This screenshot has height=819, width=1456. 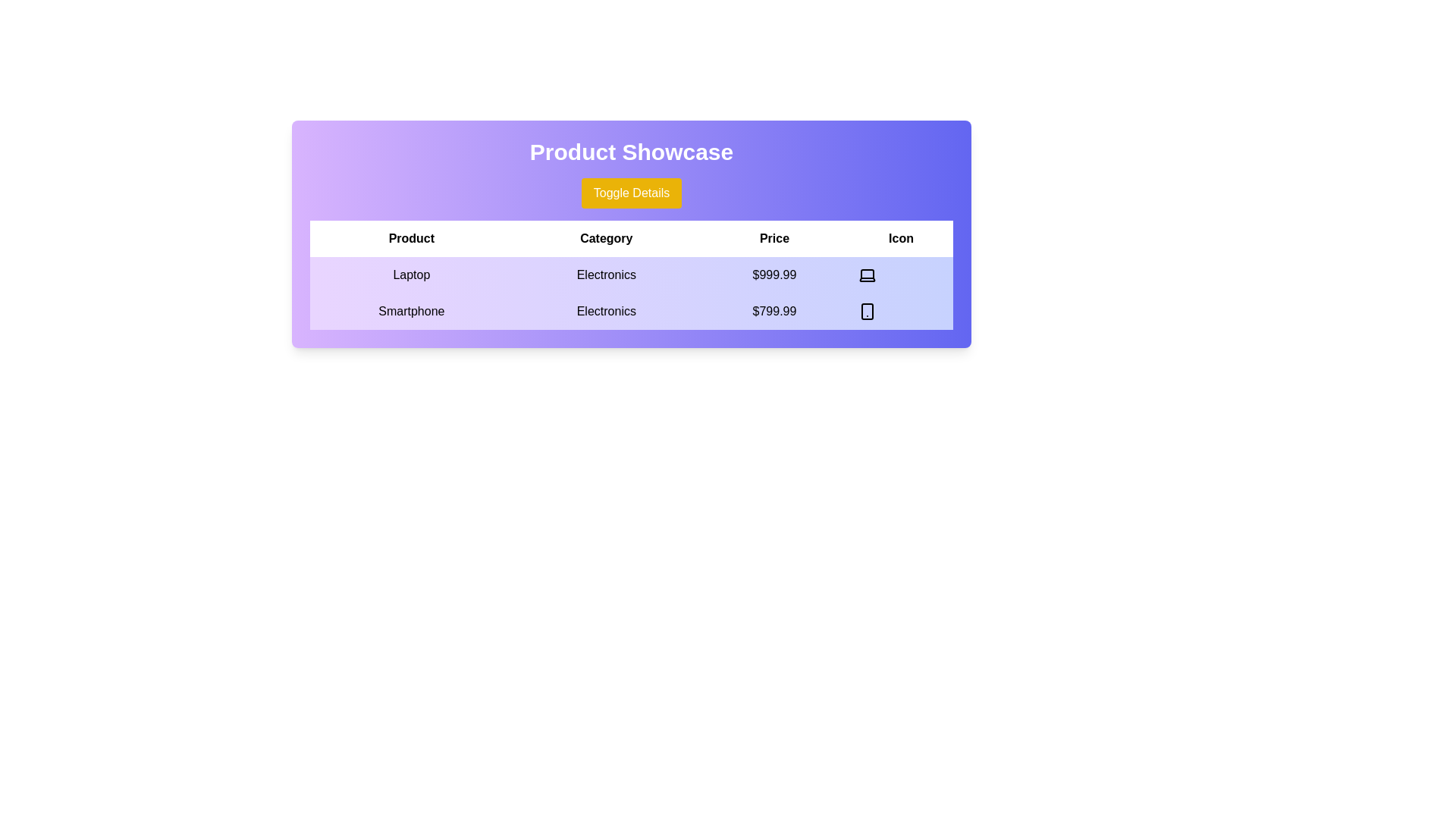 What do you see at coordinates (774, 239) in the screenshot?
I see `the text label that displays 'Price', which is bold and black, located in the grid layout row header between 'Category' and 'Icon'` at bounding box center [774, 239].